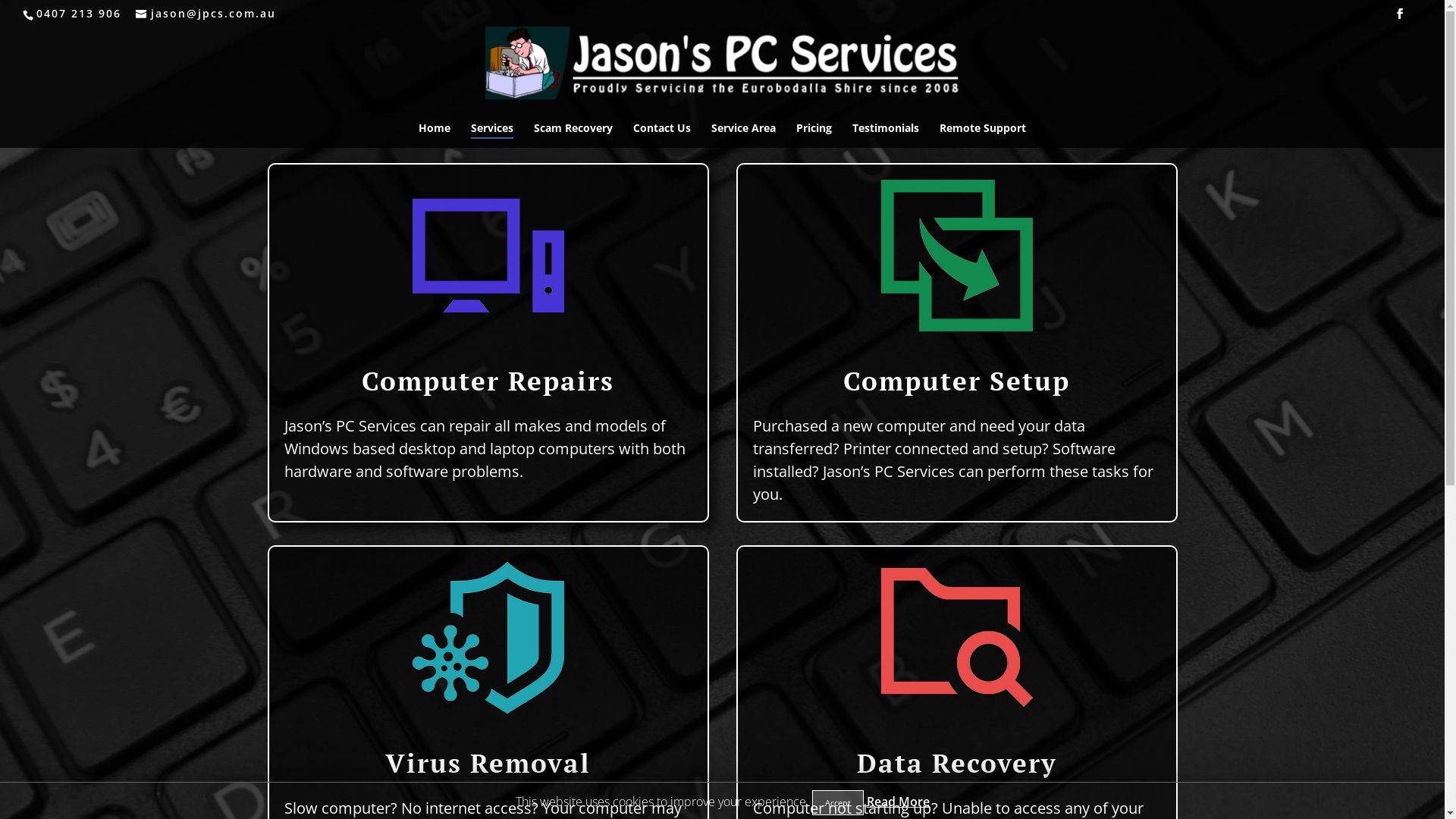 The image size is (1456, 819). I want to click on 'Testimonials', so click(852, 133).